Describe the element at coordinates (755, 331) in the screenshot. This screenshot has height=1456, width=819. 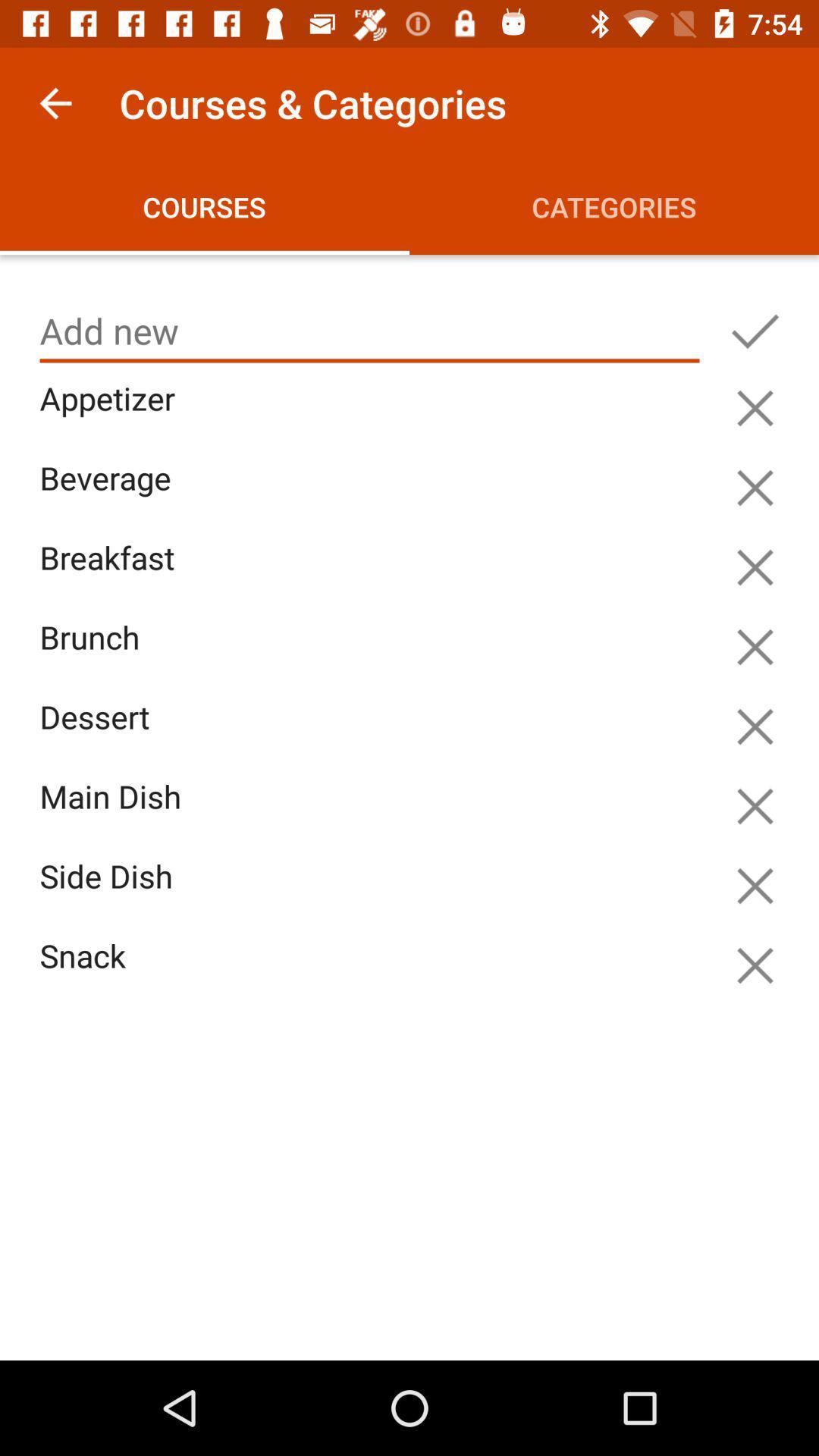
I see `the check icon` at that location.